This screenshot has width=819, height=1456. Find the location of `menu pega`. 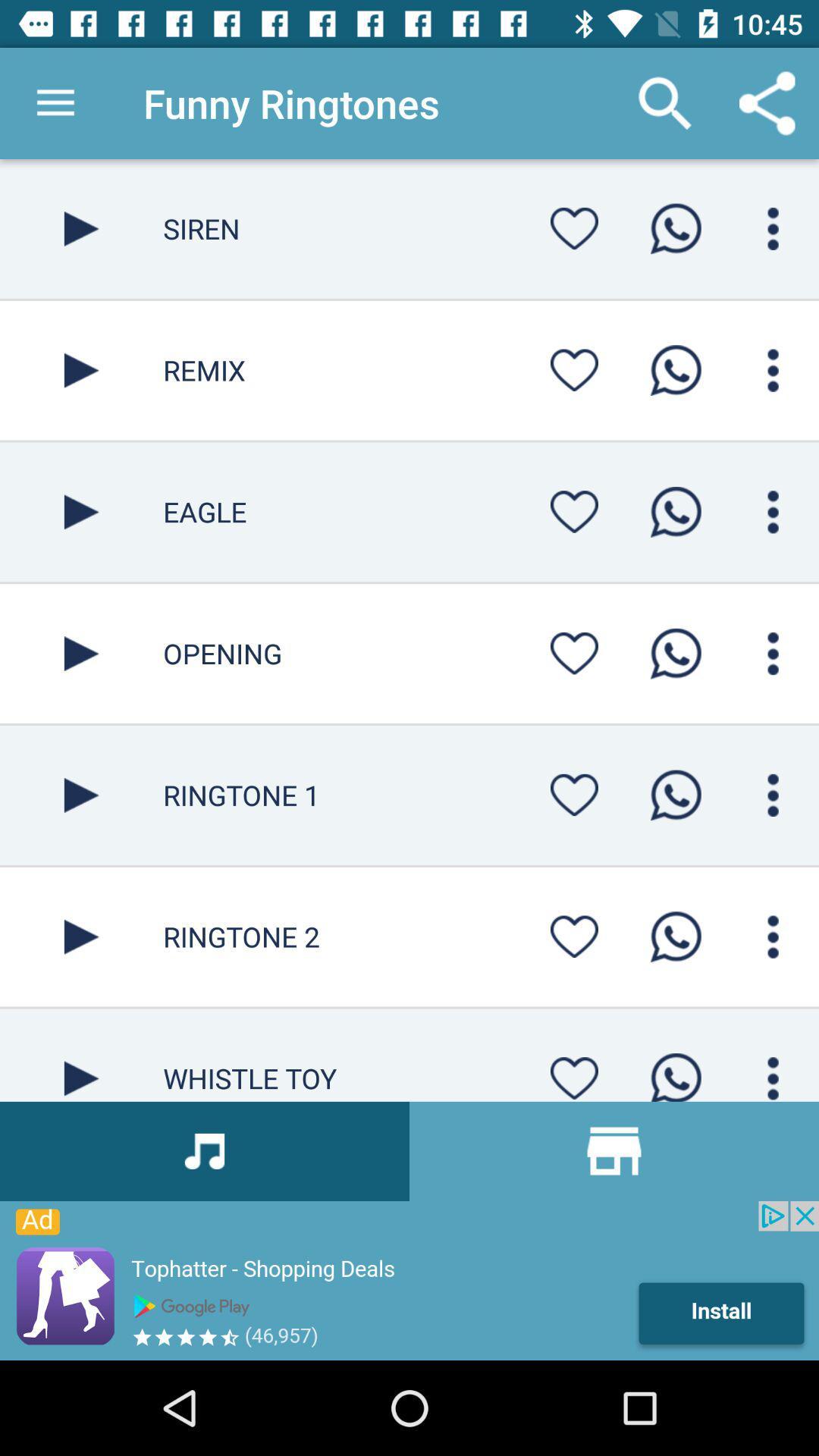

menu pega is located at coordinates (773, 794).